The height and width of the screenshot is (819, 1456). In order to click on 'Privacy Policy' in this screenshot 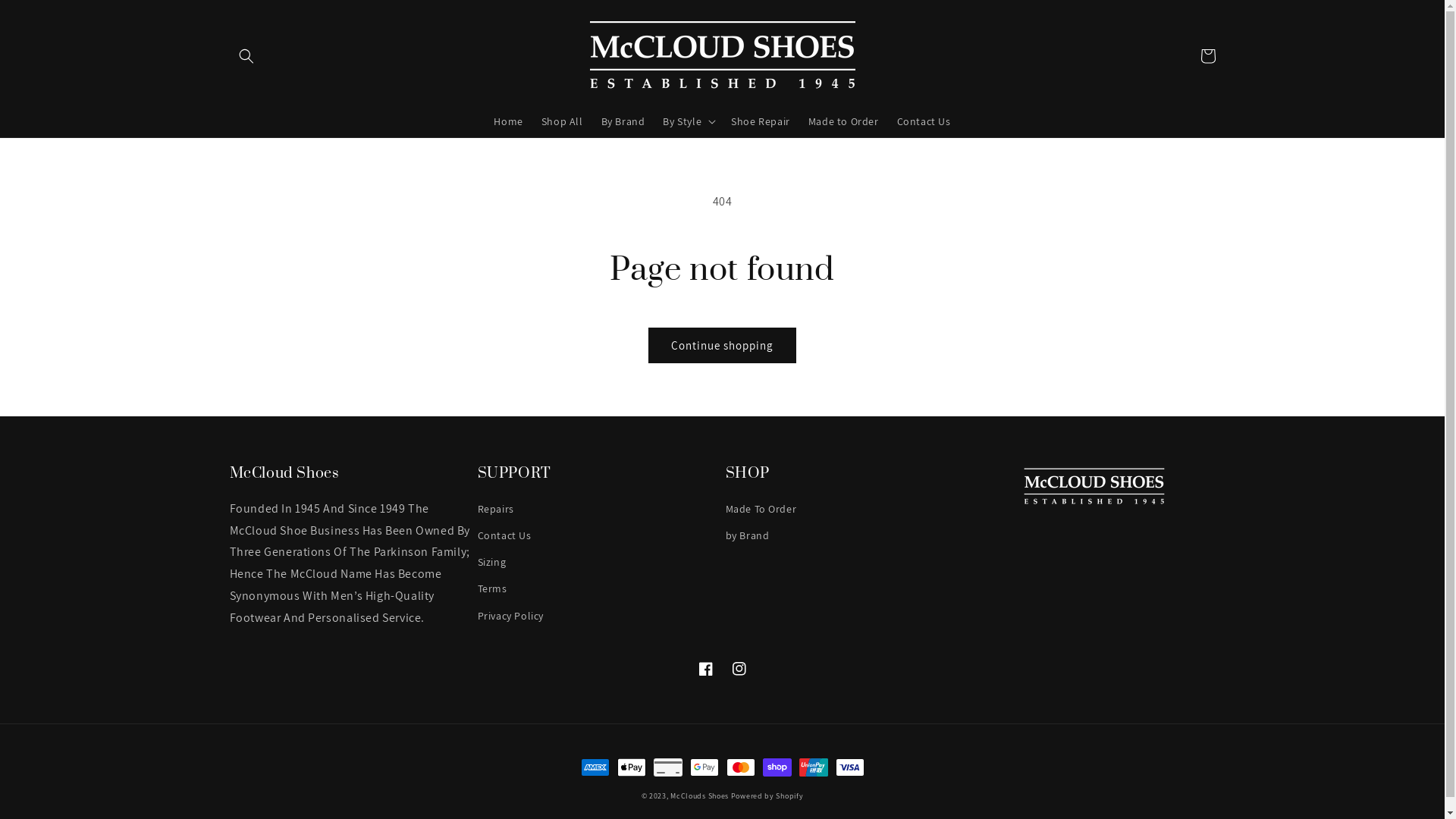, I will do `click(510, 616)`.